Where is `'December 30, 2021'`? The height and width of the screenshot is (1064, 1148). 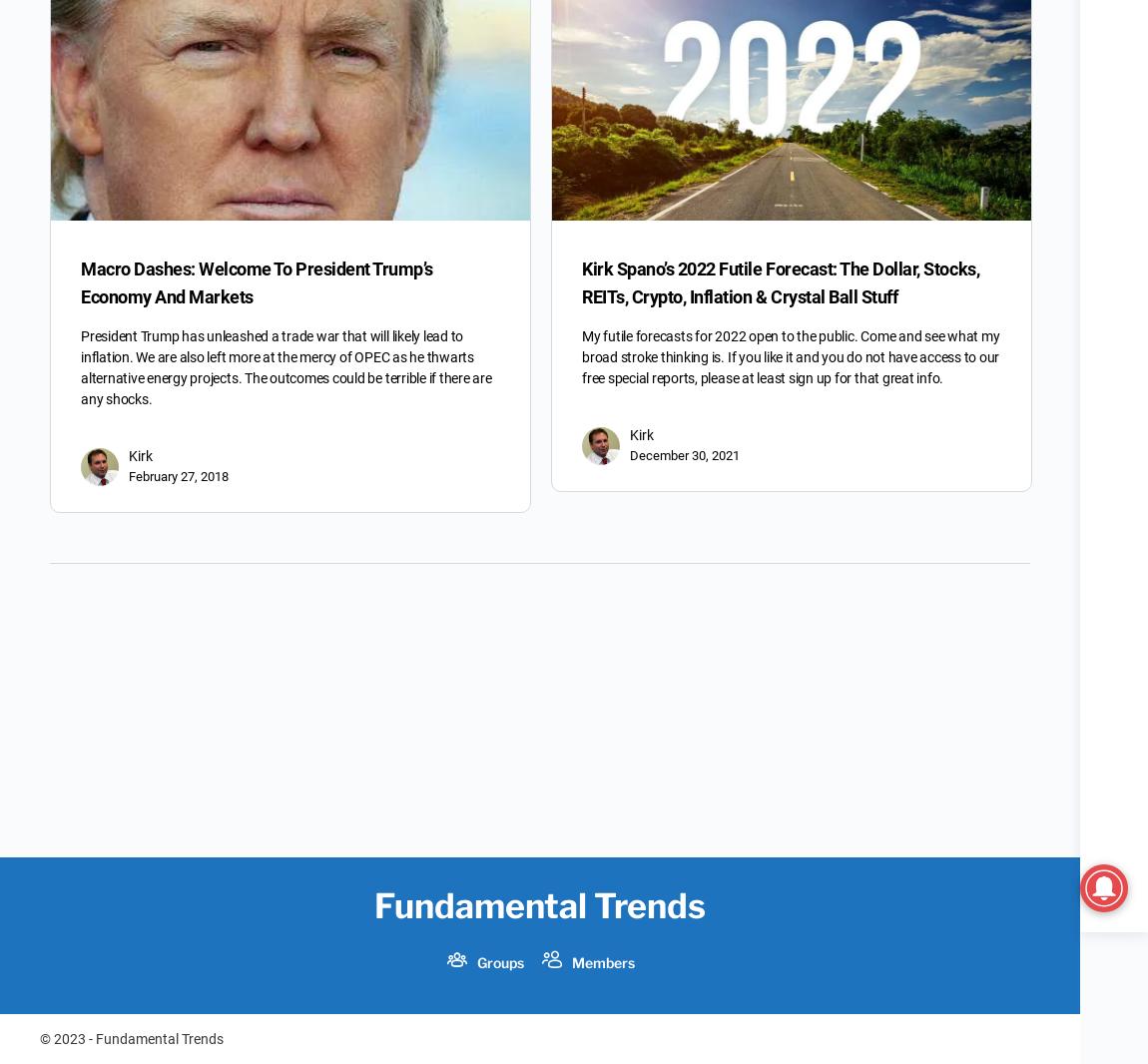
'December 30, 2021' is located at coordinates (683, 455).